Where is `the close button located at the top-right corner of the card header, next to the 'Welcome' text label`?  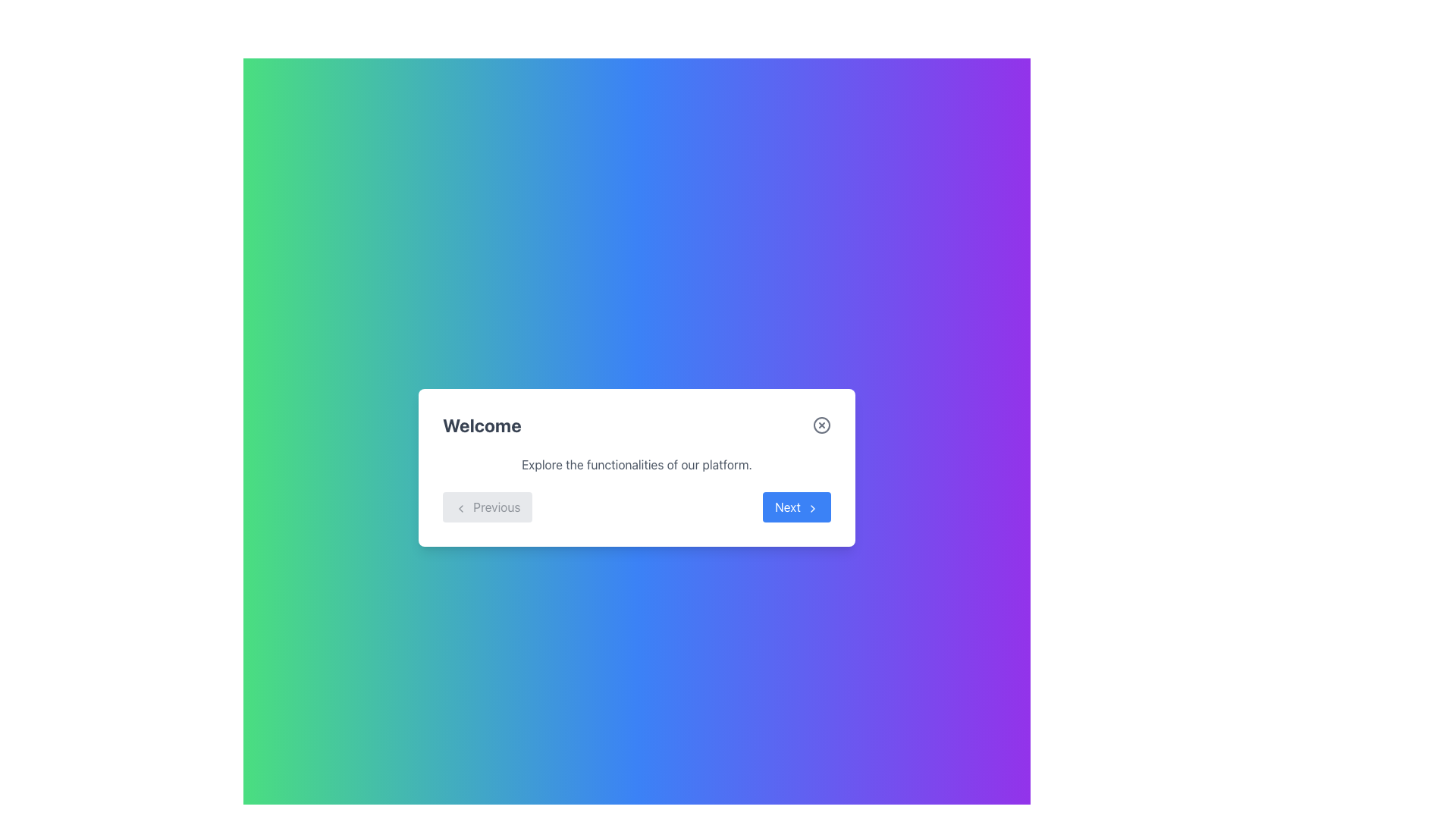
the close button located at the top-right corner of the card header, next to the 'Welcome' text label is located at coordinates (821, 425).